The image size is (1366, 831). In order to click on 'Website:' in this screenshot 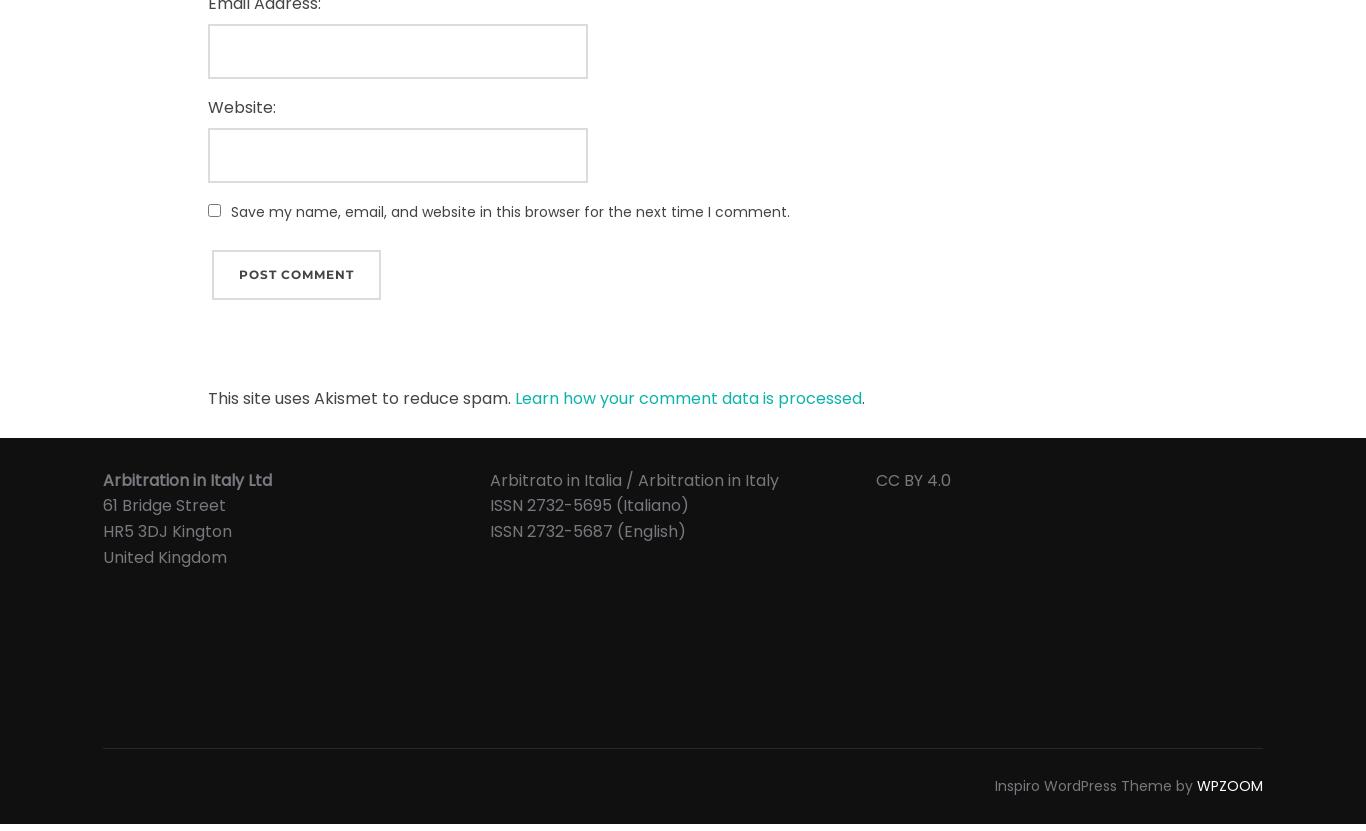, I will do `click(207, 107)`.